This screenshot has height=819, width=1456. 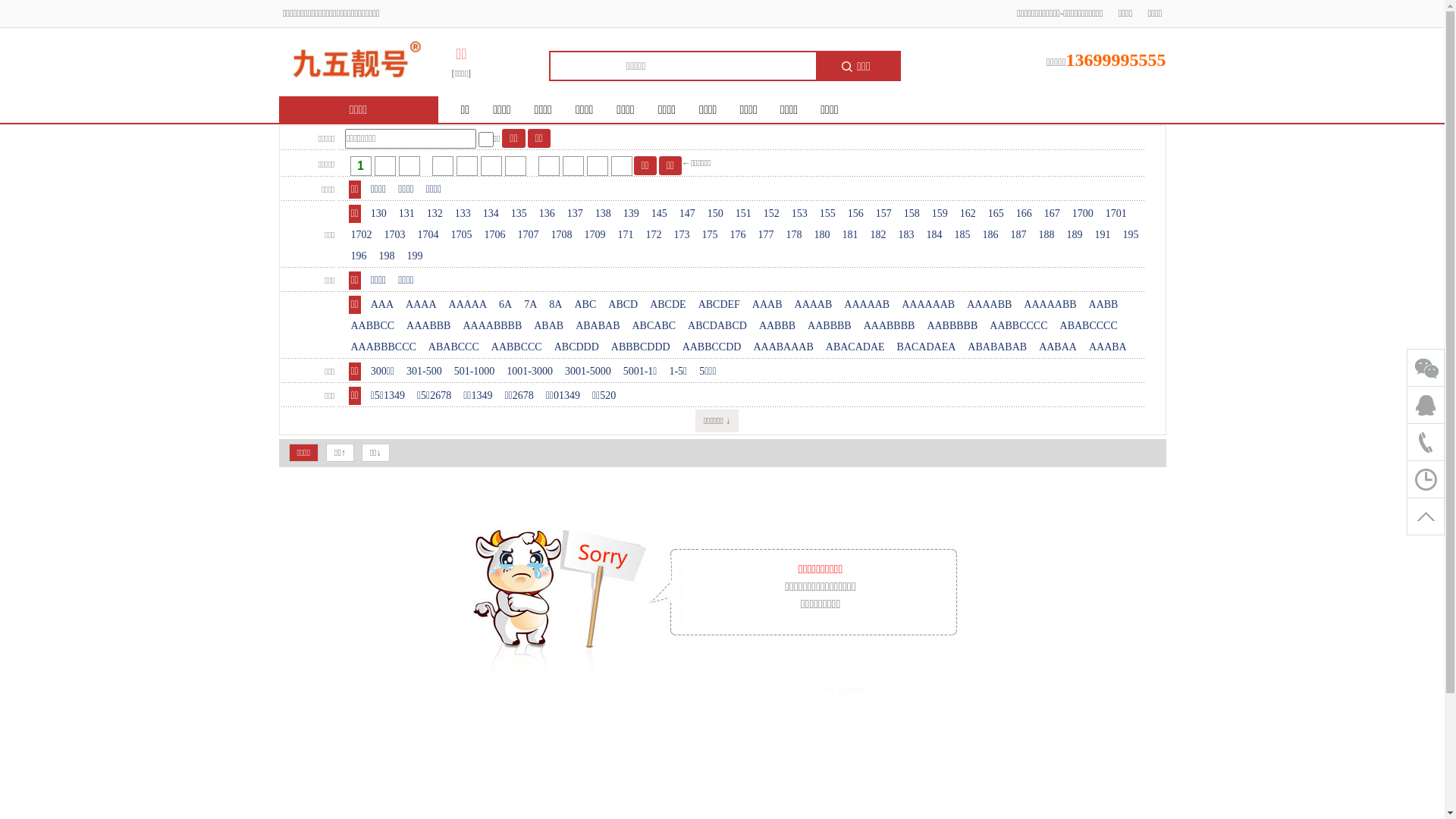 I want to click on 'ABC', so click(x=570, y=304).